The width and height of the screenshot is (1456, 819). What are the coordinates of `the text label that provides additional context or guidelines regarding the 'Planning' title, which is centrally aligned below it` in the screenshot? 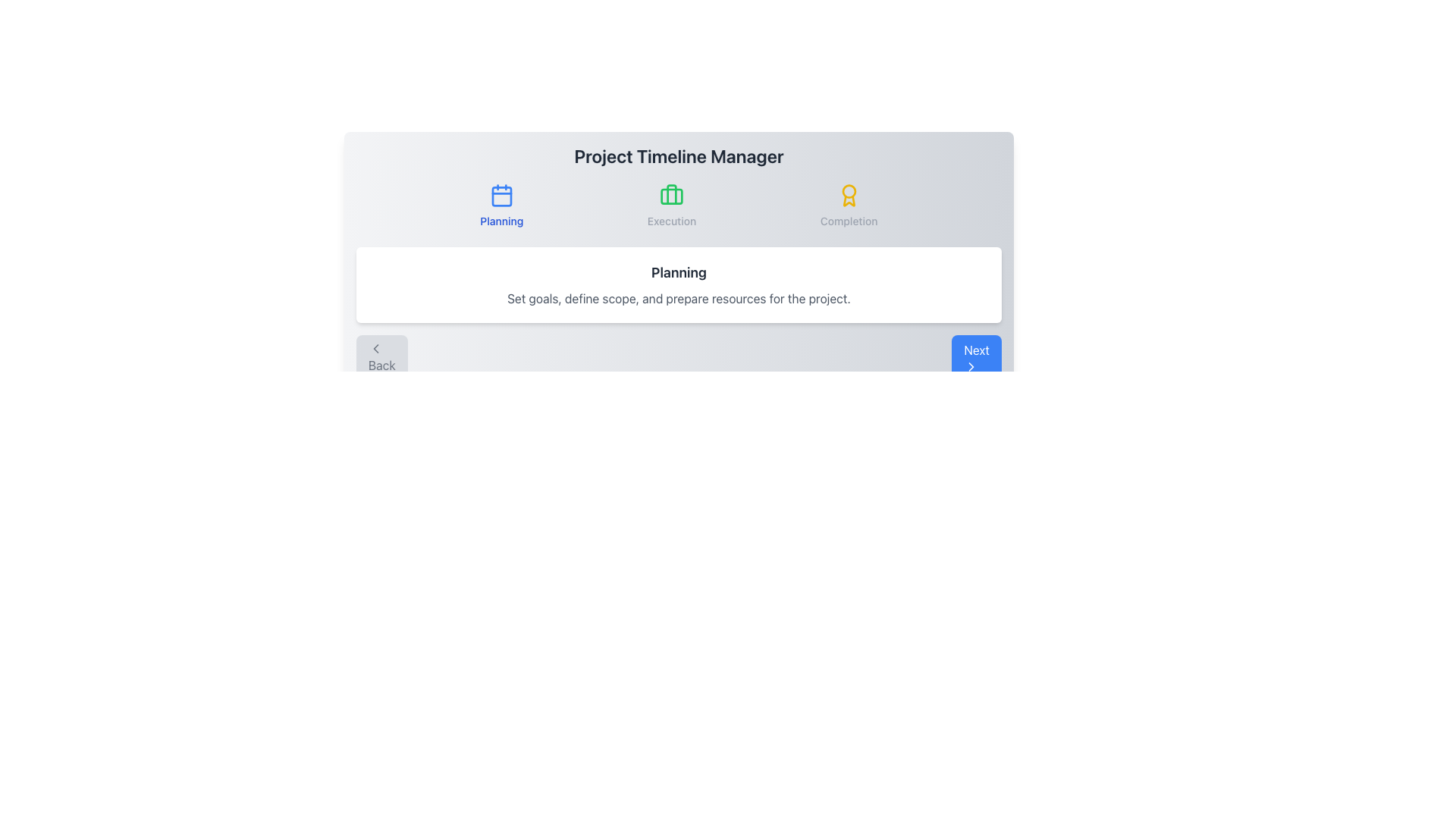 It's located at (678, 298).